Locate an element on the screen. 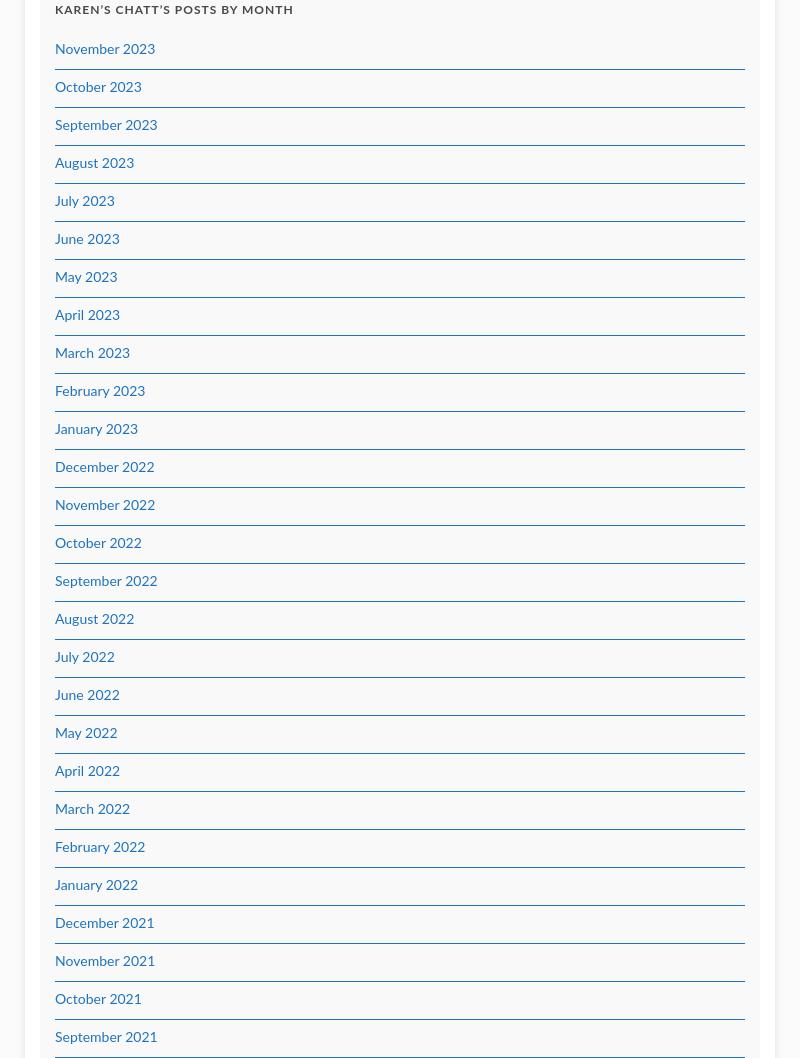  'Karen’s Chatt’s Posts by Month' is located at coordinates (54, 10).